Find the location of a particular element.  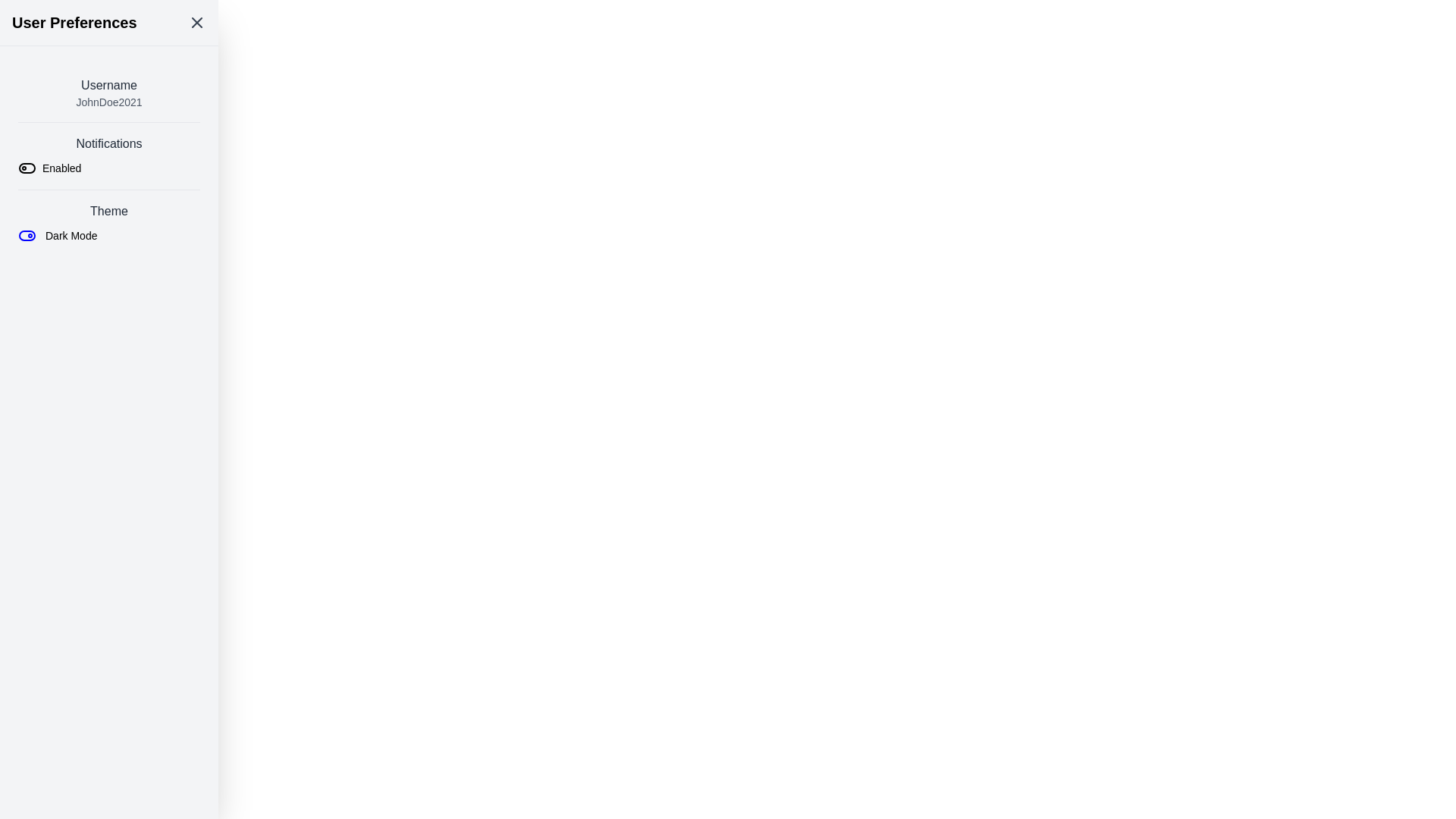

the Graphic Rectangle that serves as the background for the toggle switch indicating the 'Enabled' state under the 'Notifications' section is located at coordinates (27, 168).